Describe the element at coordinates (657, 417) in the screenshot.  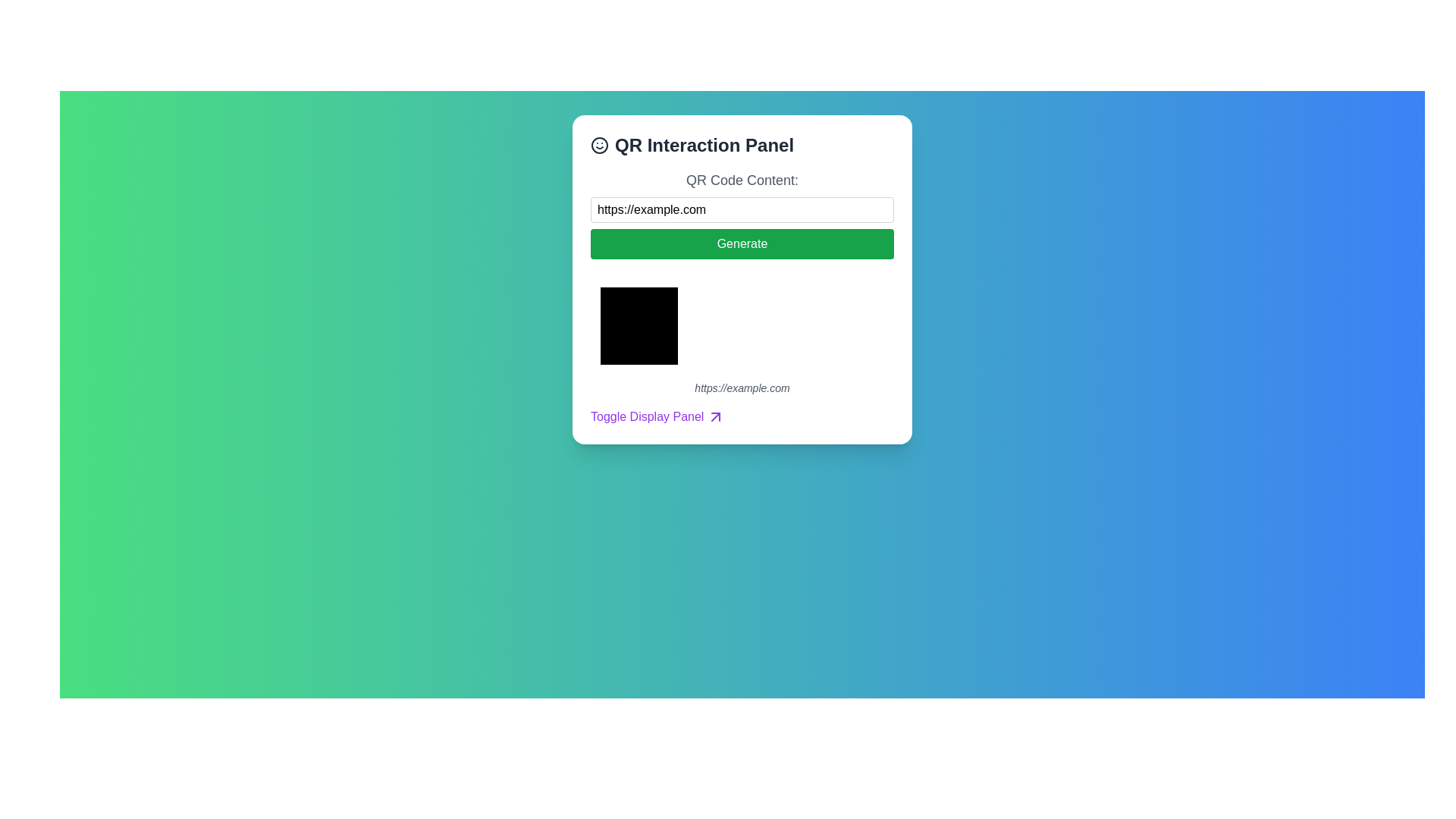
I see `the button located in the bottom section of the 'QR Interaction Panel' card to underline the embedded text` at that location.